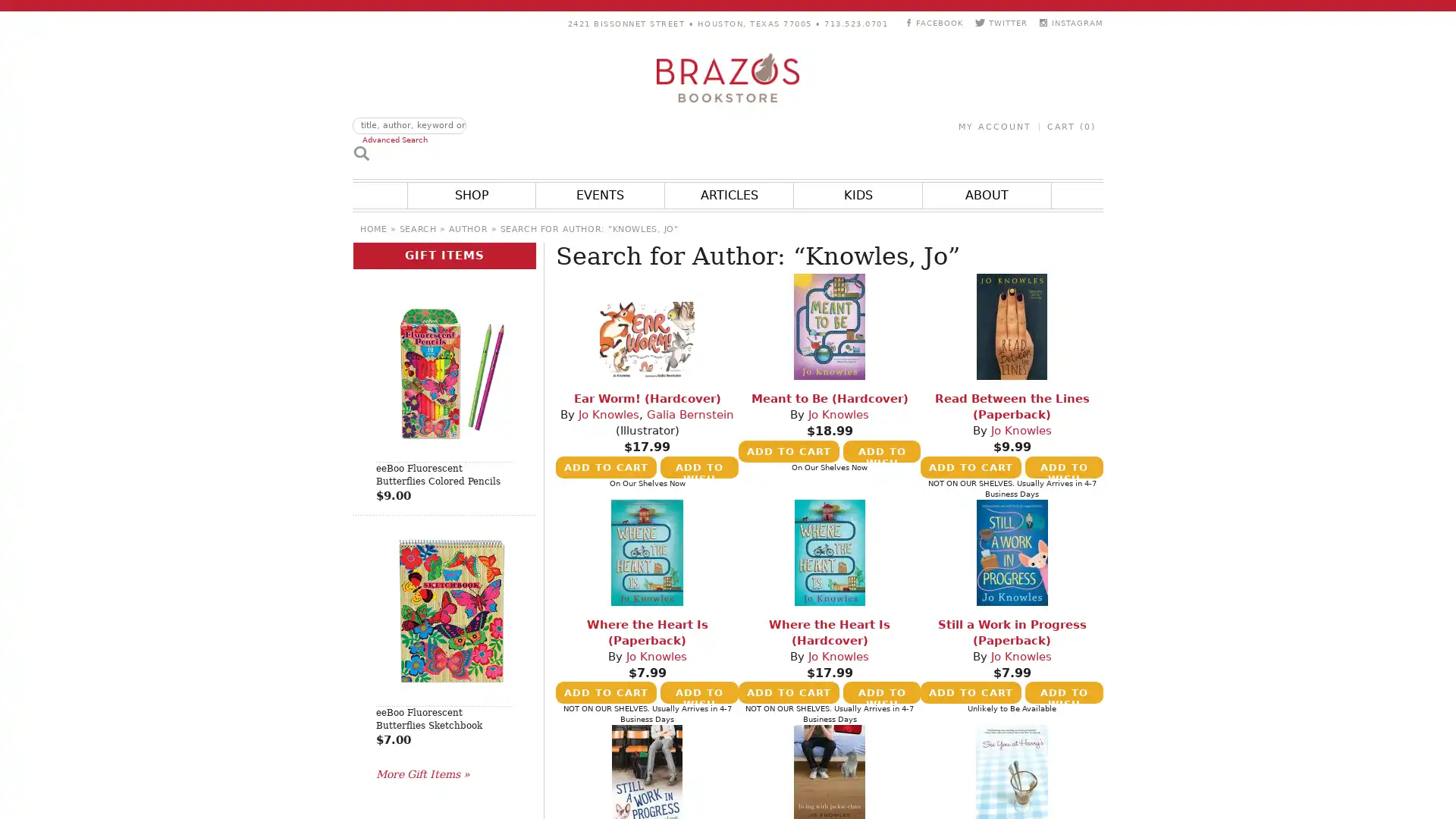  I want to click on Add to Cart, so click(788, 692).